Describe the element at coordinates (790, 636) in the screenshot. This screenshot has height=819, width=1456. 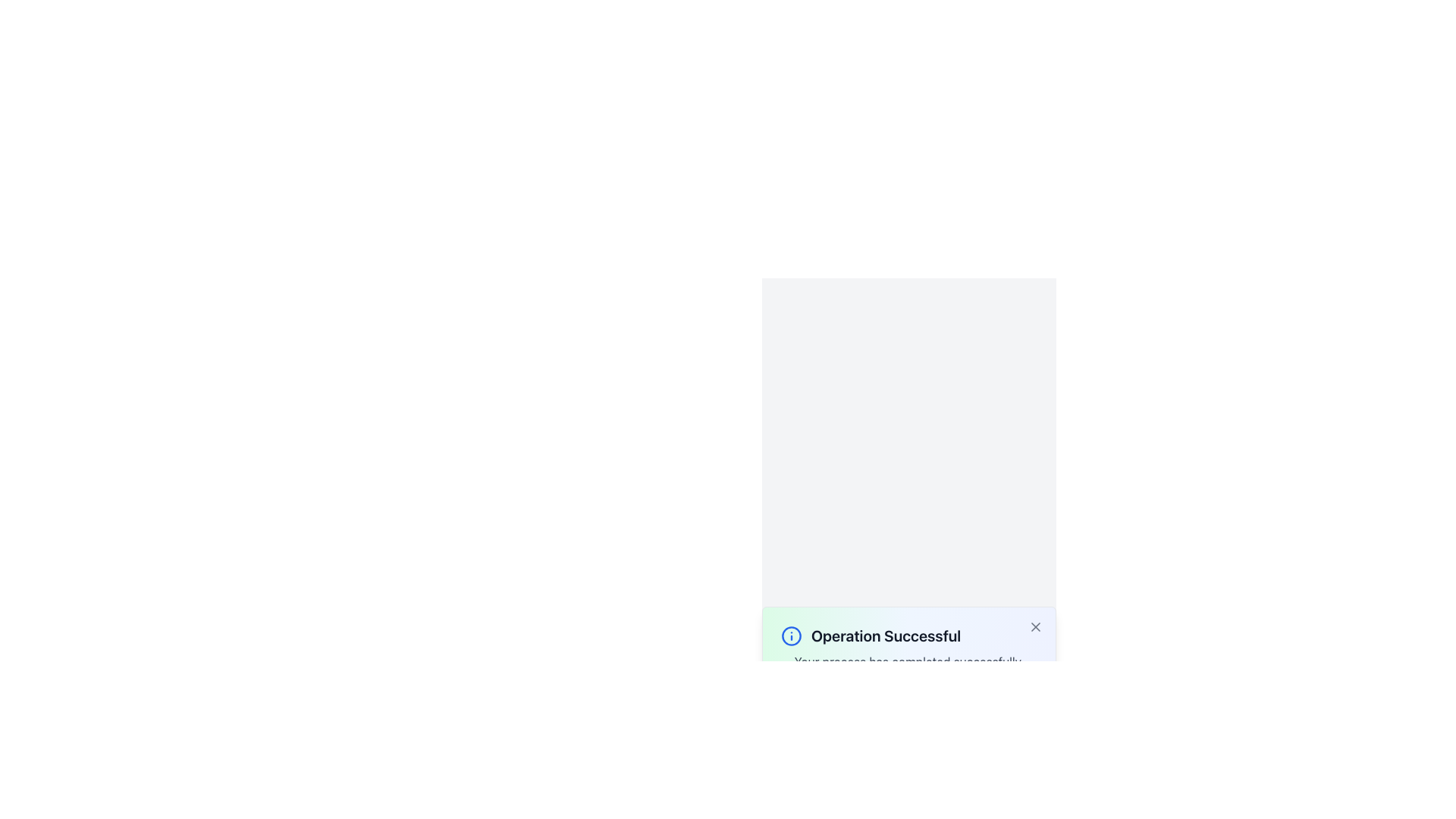
I see `the circular outline icon with a blue accent indicating information, located within the success notification banner to the left of the text 'Operation Successful'` at that location.